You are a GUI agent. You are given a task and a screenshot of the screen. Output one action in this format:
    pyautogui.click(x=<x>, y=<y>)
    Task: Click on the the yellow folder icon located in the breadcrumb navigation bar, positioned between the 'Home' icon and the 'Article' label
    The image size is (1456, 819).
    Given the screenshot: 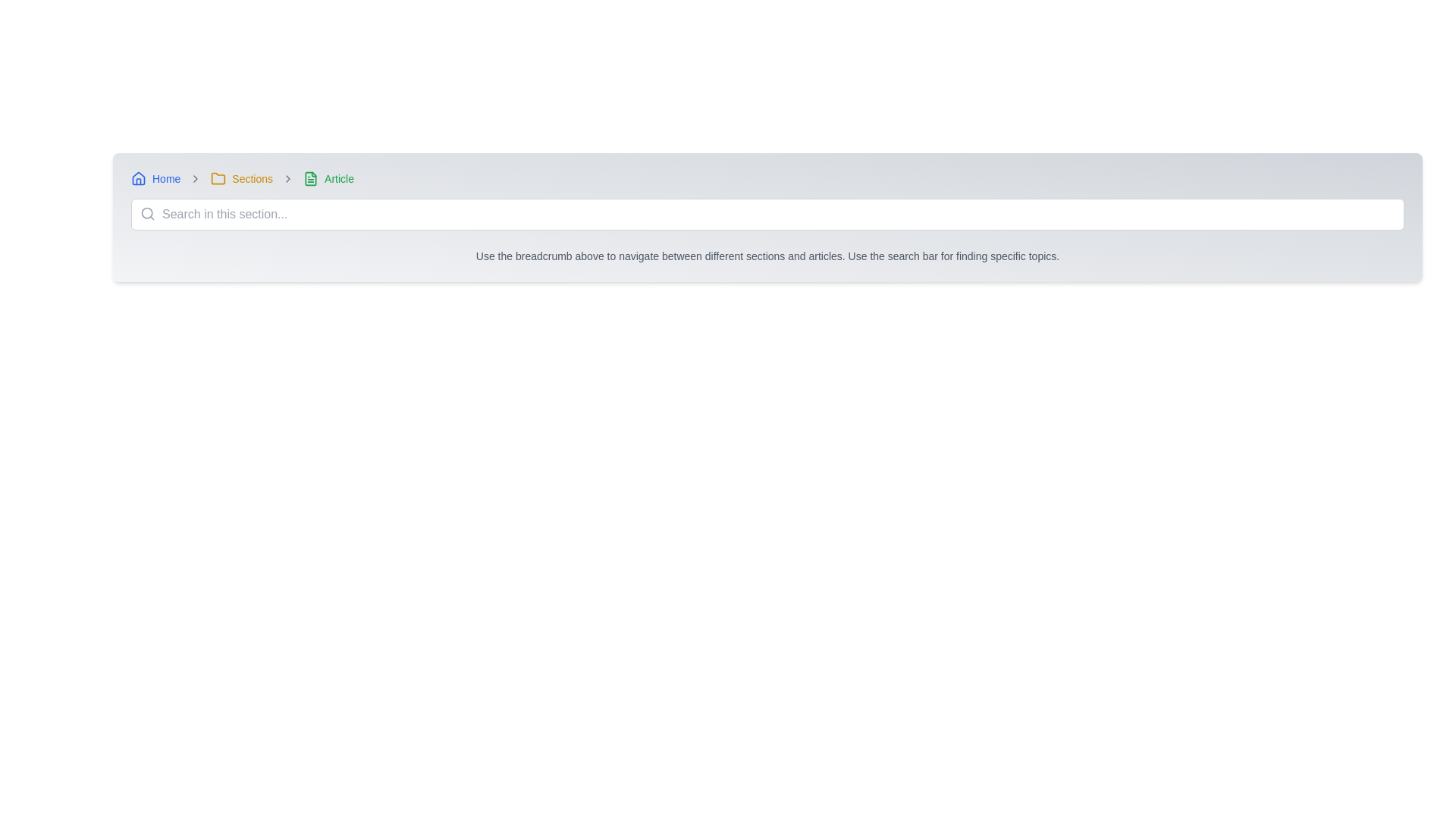 What is the action you would take?
    pyautogui.click(x=218, y=177)
    